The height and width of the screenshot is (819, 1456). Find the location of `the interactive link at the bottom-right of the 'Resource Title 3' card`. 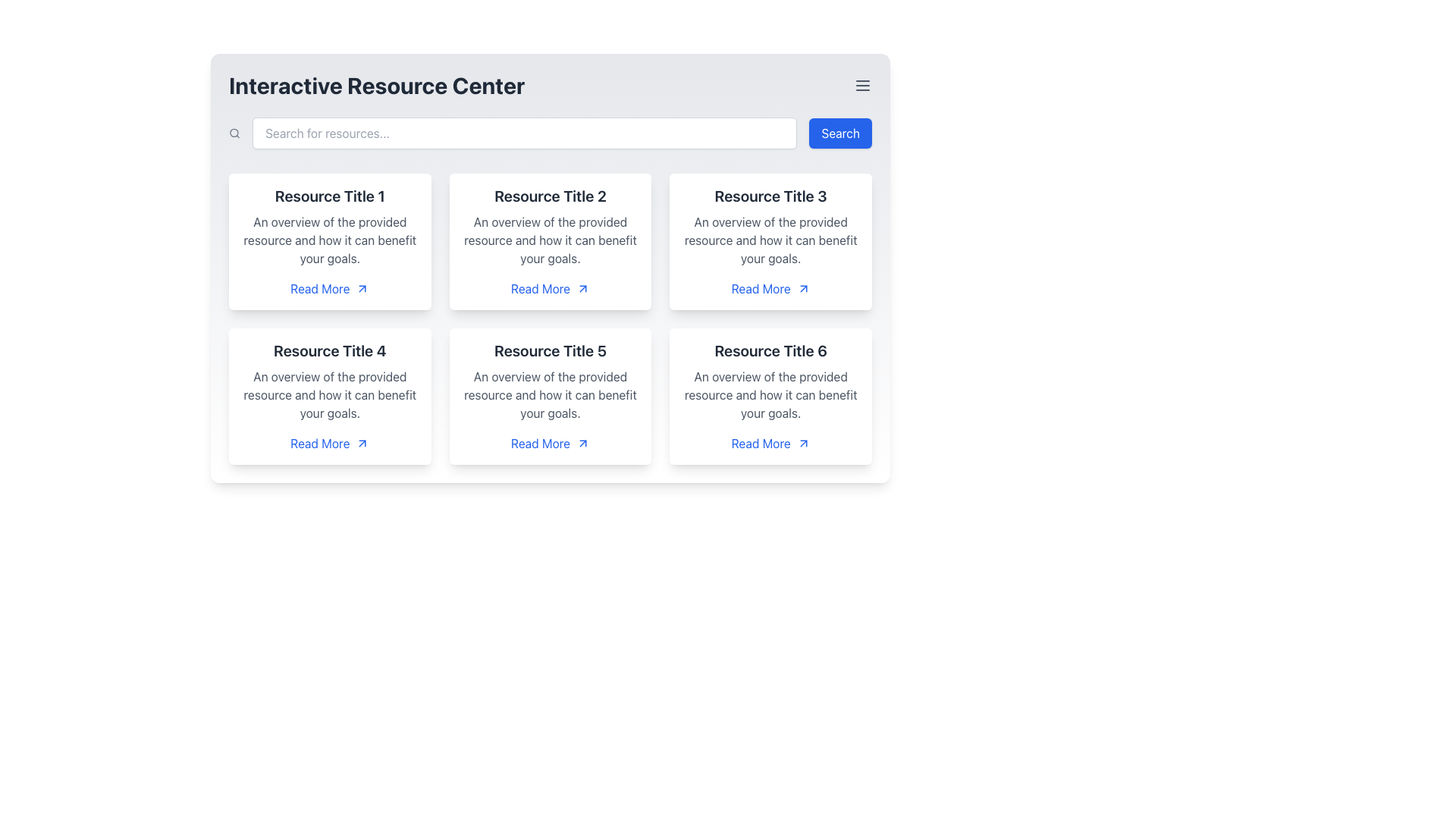

the interactive link at the bottom-right of the 'Resource Title 3' card is located at coordinates (770, 289).